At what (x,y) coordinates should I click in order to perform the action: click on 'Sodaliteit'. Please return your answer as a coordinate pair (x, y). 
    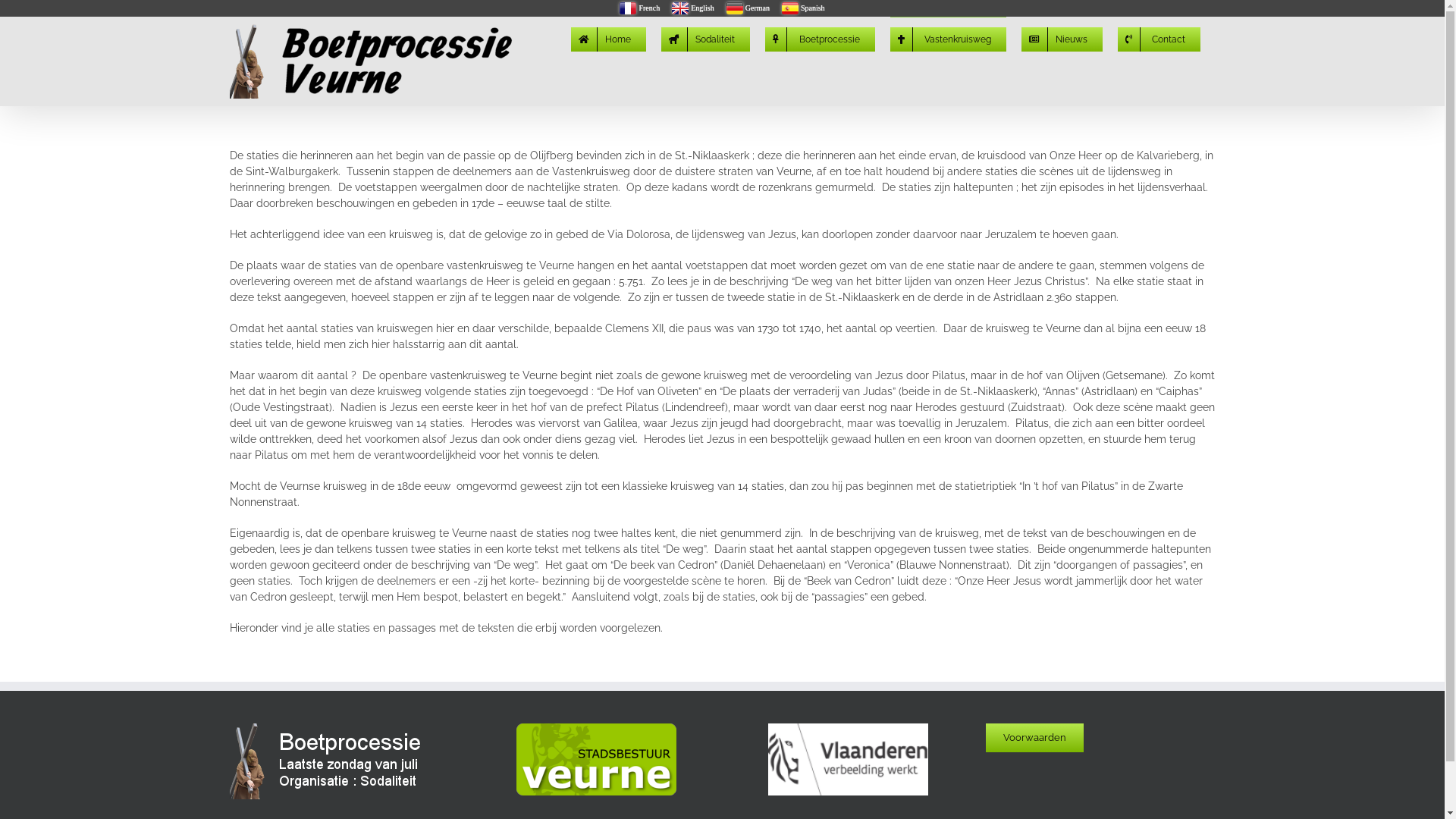
    Looking at the image, I should click on (704, 37).